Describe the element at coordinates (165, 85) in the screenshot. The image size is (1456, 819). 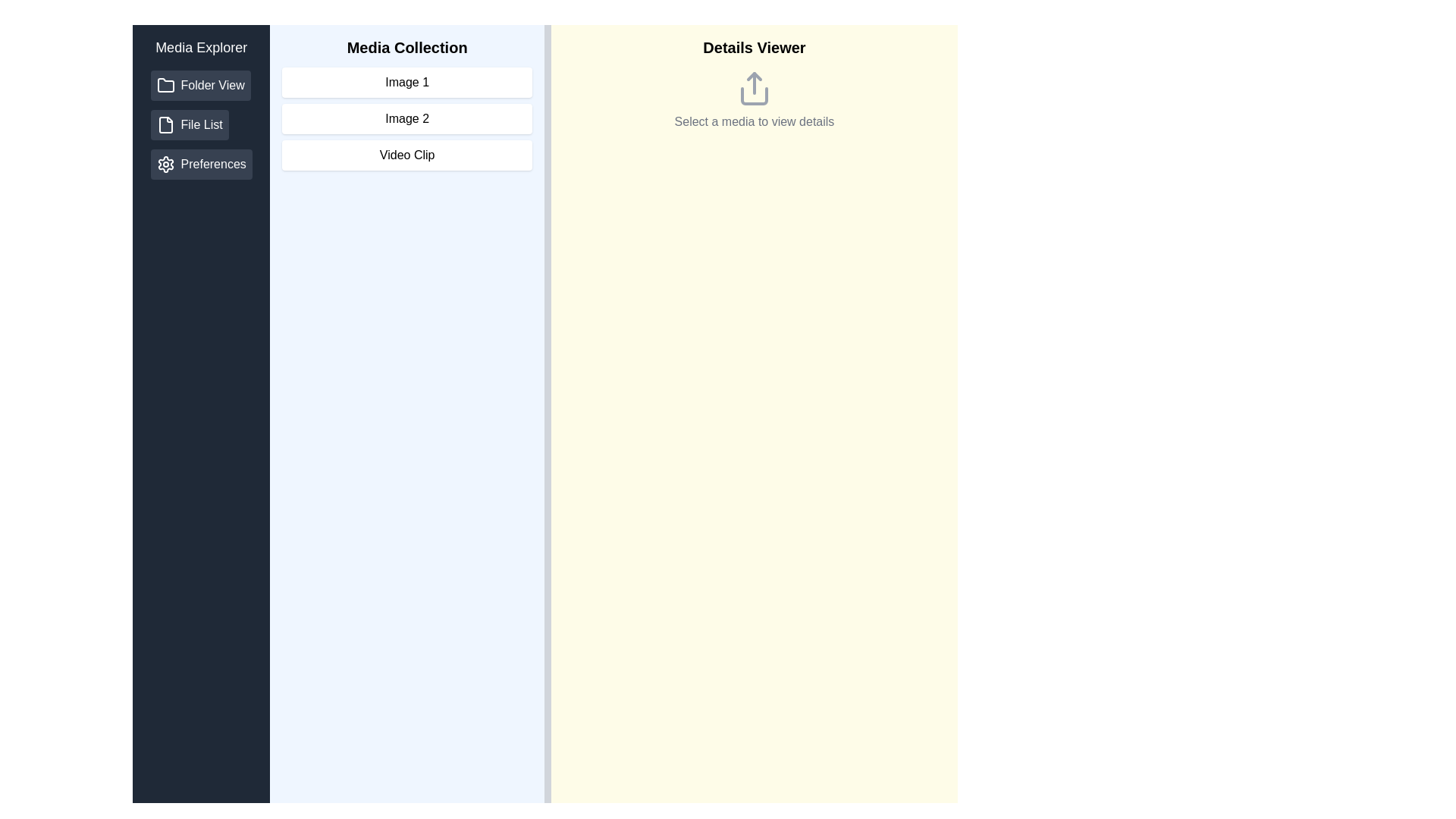
I see `the 'Folder View' icon located at the top of the vertical navigation bar on the left side of the interface` at that location.